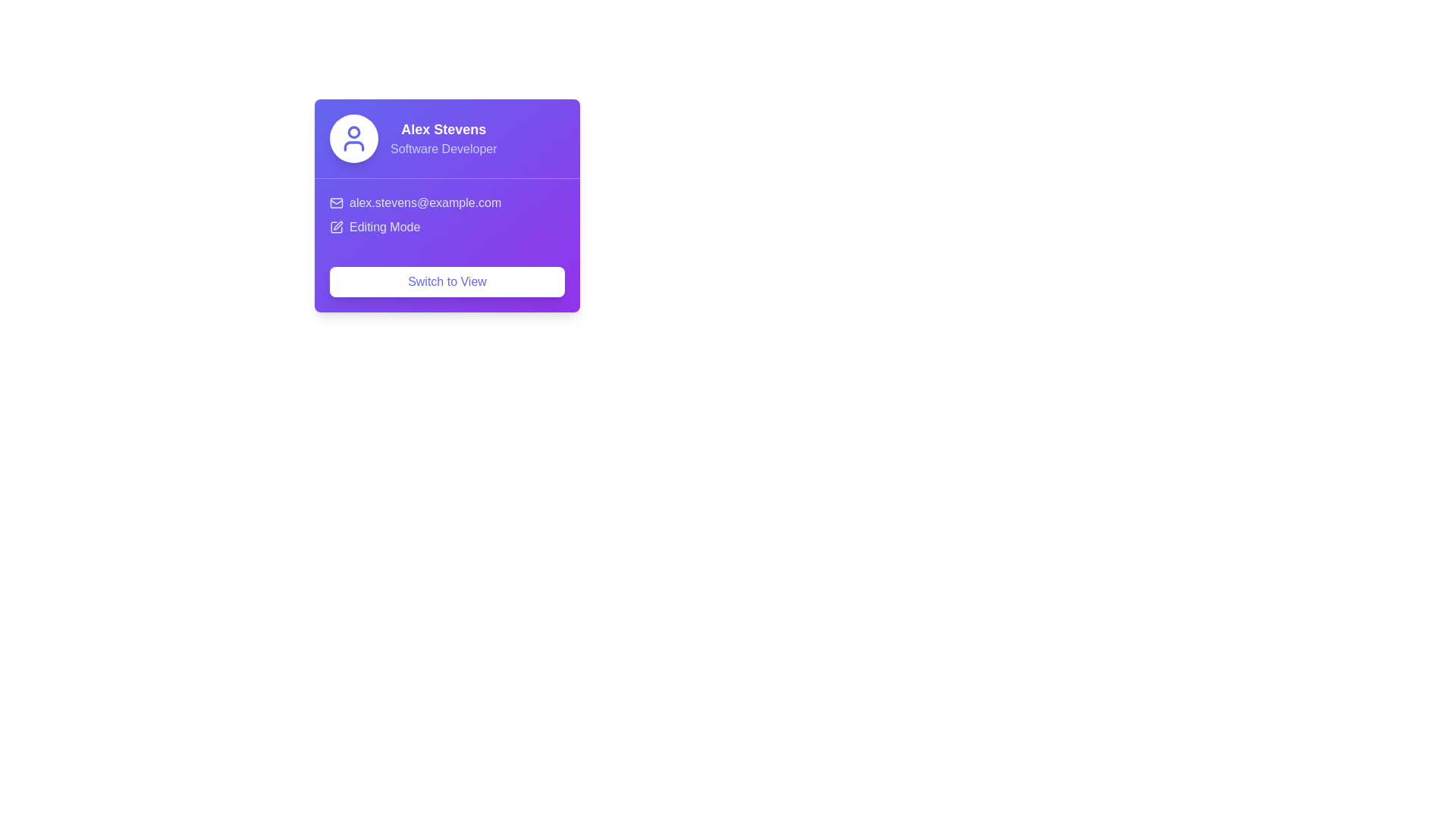  What do you see at coordinates (447, 202) in the screenshot?
I see `the email address label located in the purple card UI component, positioned below the 'Alex Stevens' name and above the 'Editing Mode' text` at bounding box center [447, 202].